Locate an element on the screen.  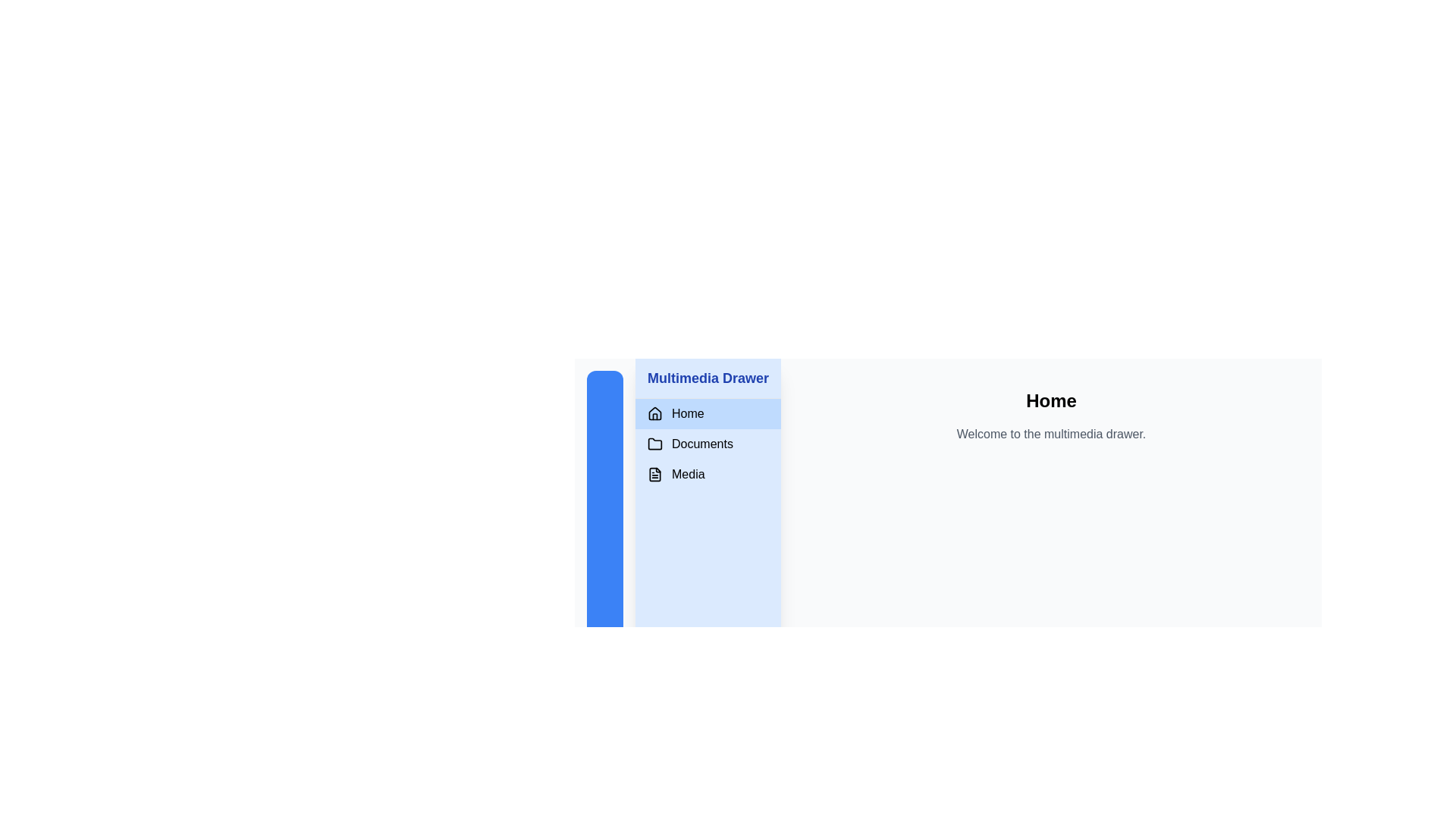
the 'Documents' navigation link located in the sidebar labeled 'Multimedia Drawer', which is the second item in the list beneath 'Home' is located at coordinates (708, 444).